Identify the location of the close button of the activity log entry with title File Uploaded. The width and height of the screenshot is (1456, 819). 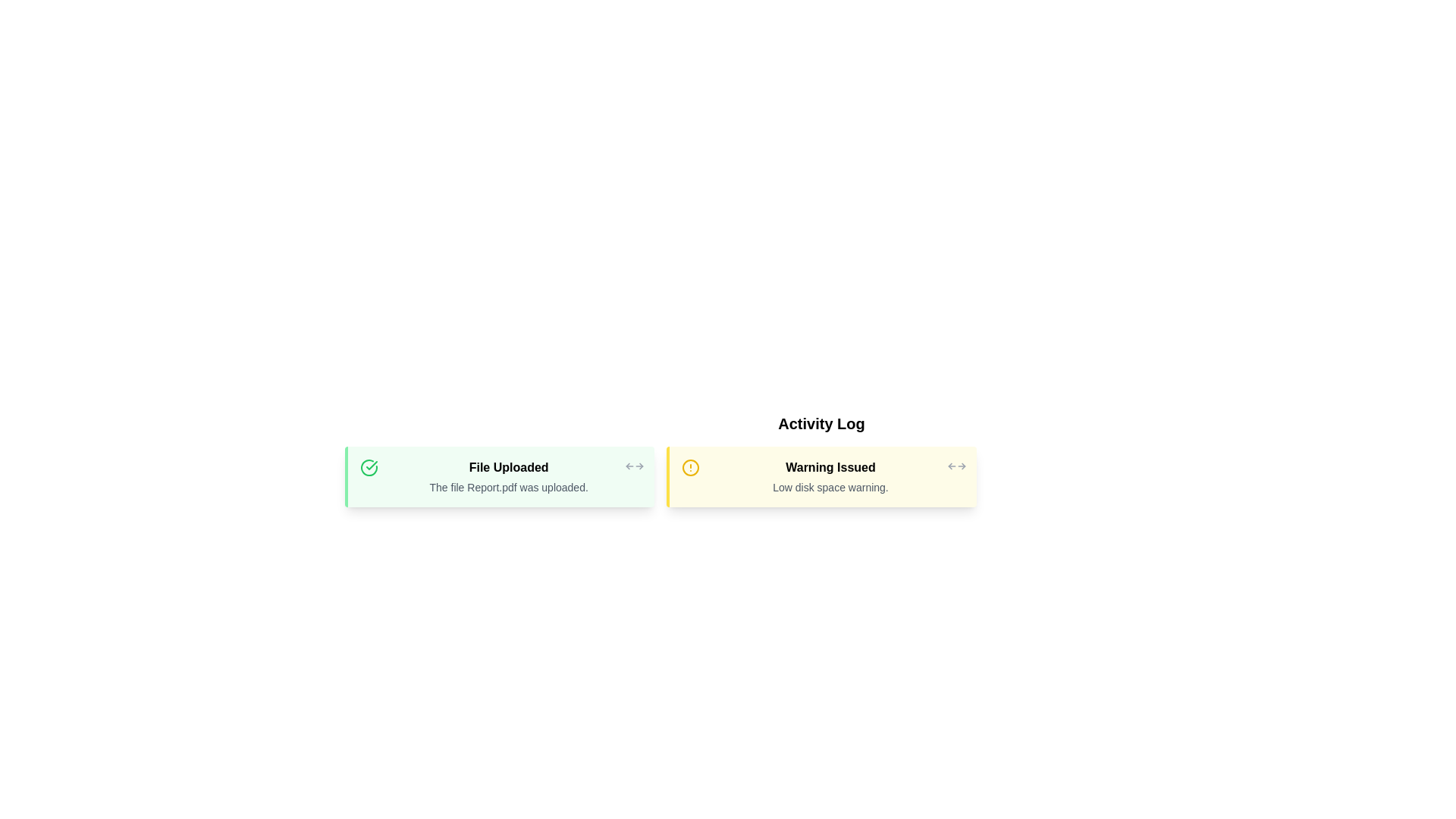
(635, 465).